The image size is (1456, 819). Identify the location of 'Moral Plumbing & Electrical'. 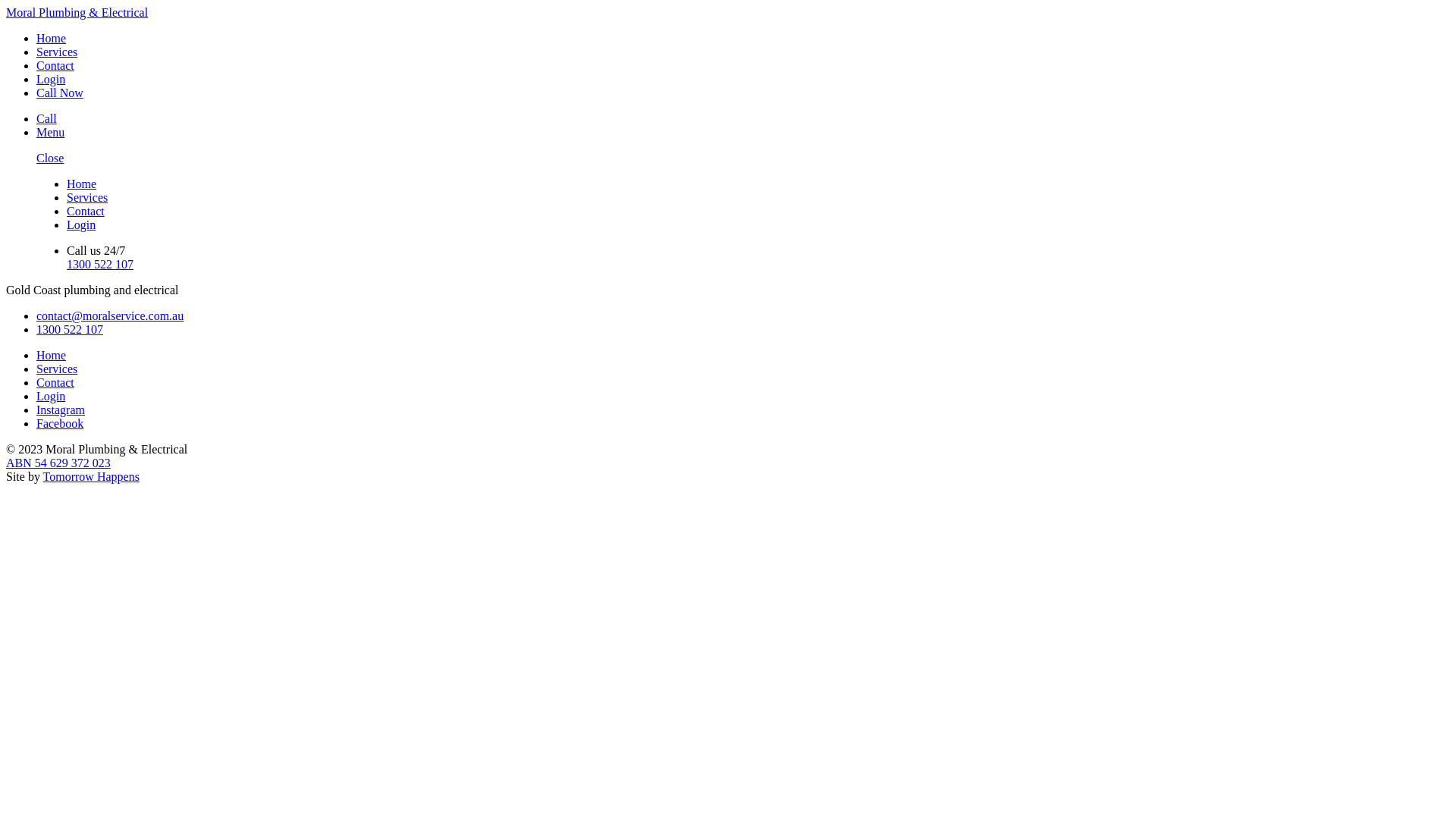
(6, 12).